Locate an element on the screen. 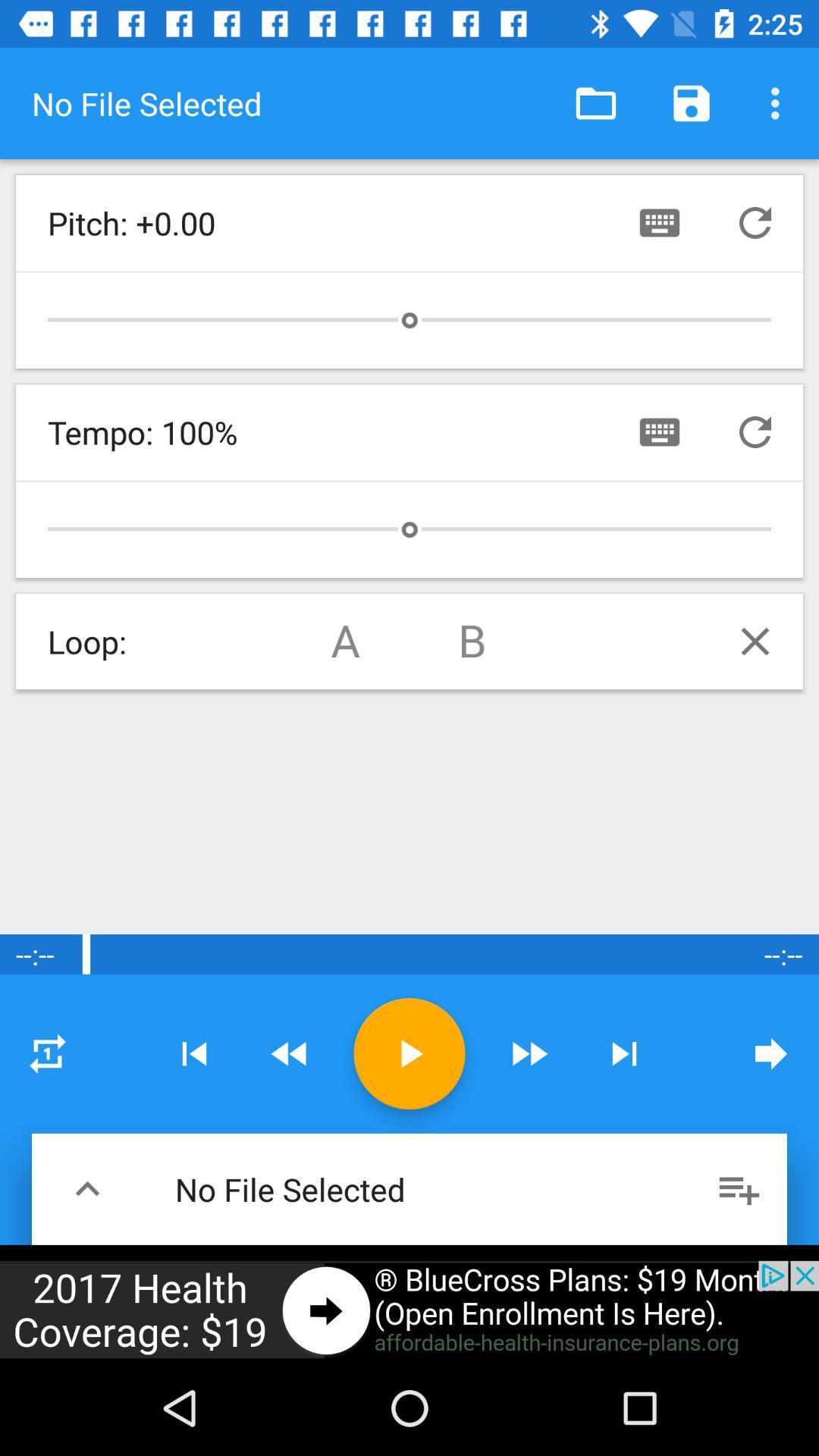  previous is located at coordinates (755, 221).